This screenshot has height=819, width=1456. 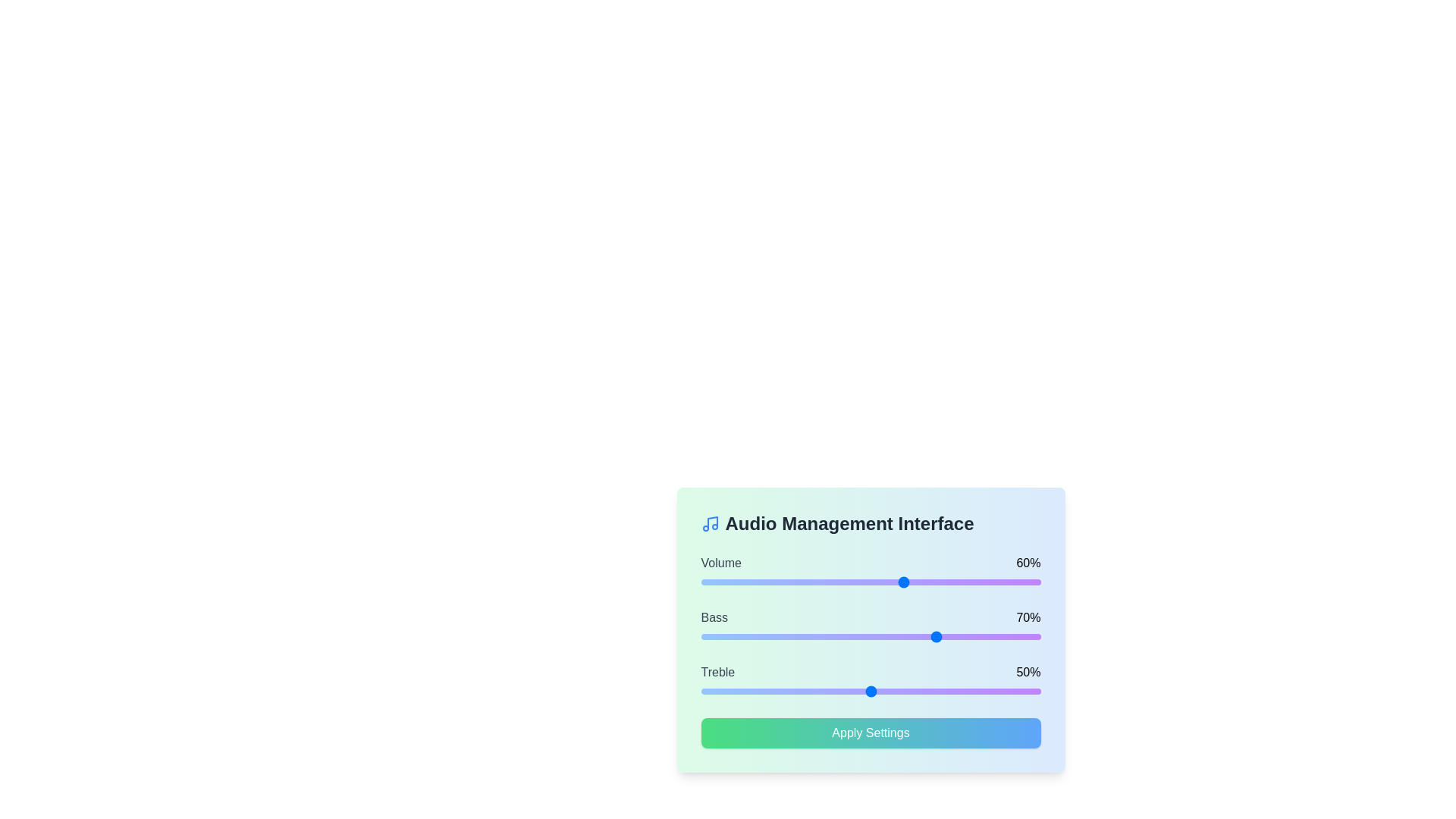 What do you see at coordinates (826, 691) in the screenshot?
I see `the treble level` at bounding box center [826, 691].